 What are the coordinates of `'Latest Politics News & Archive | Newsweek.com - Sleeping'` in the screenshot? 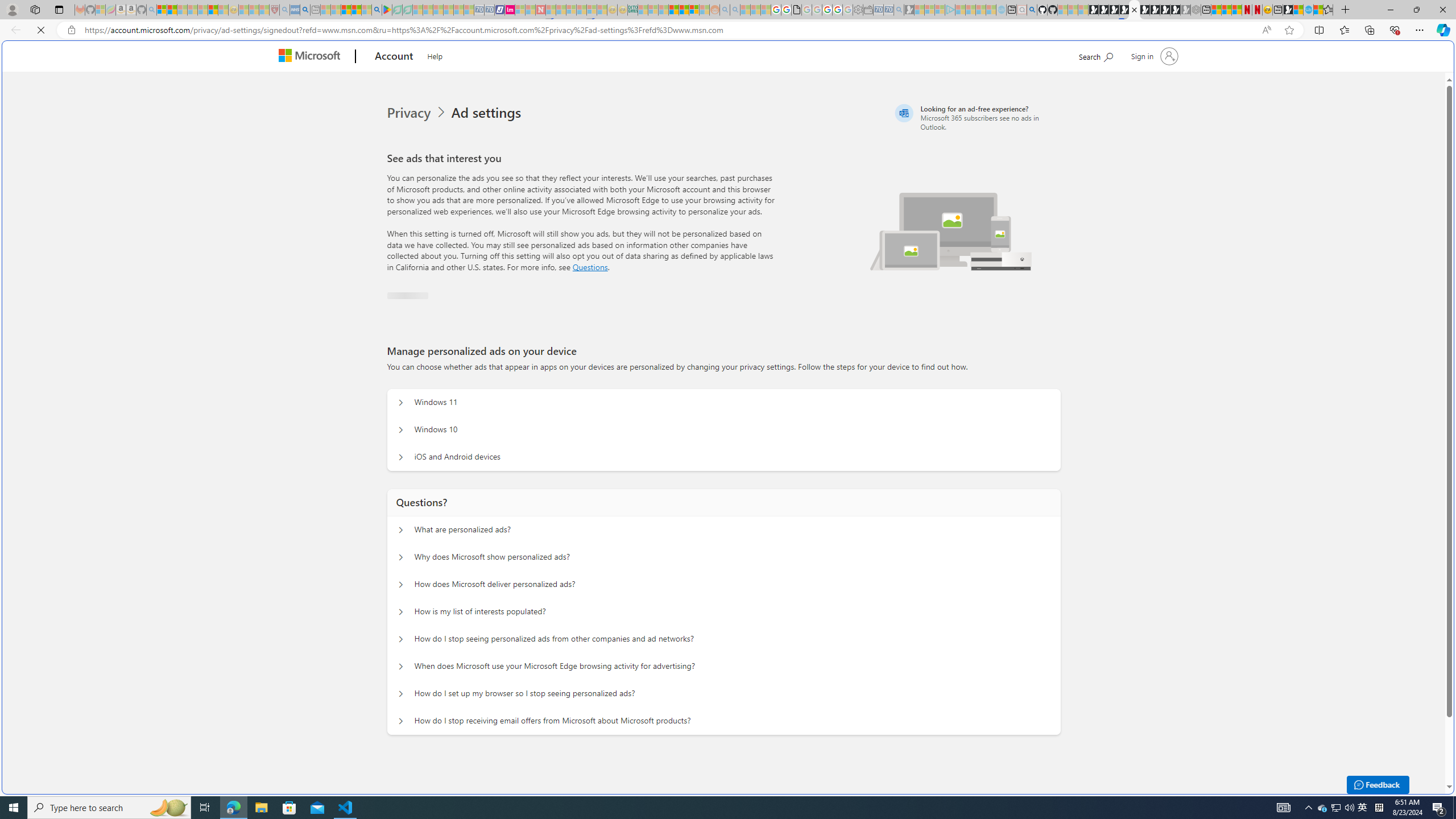 It's located at (540, 9).